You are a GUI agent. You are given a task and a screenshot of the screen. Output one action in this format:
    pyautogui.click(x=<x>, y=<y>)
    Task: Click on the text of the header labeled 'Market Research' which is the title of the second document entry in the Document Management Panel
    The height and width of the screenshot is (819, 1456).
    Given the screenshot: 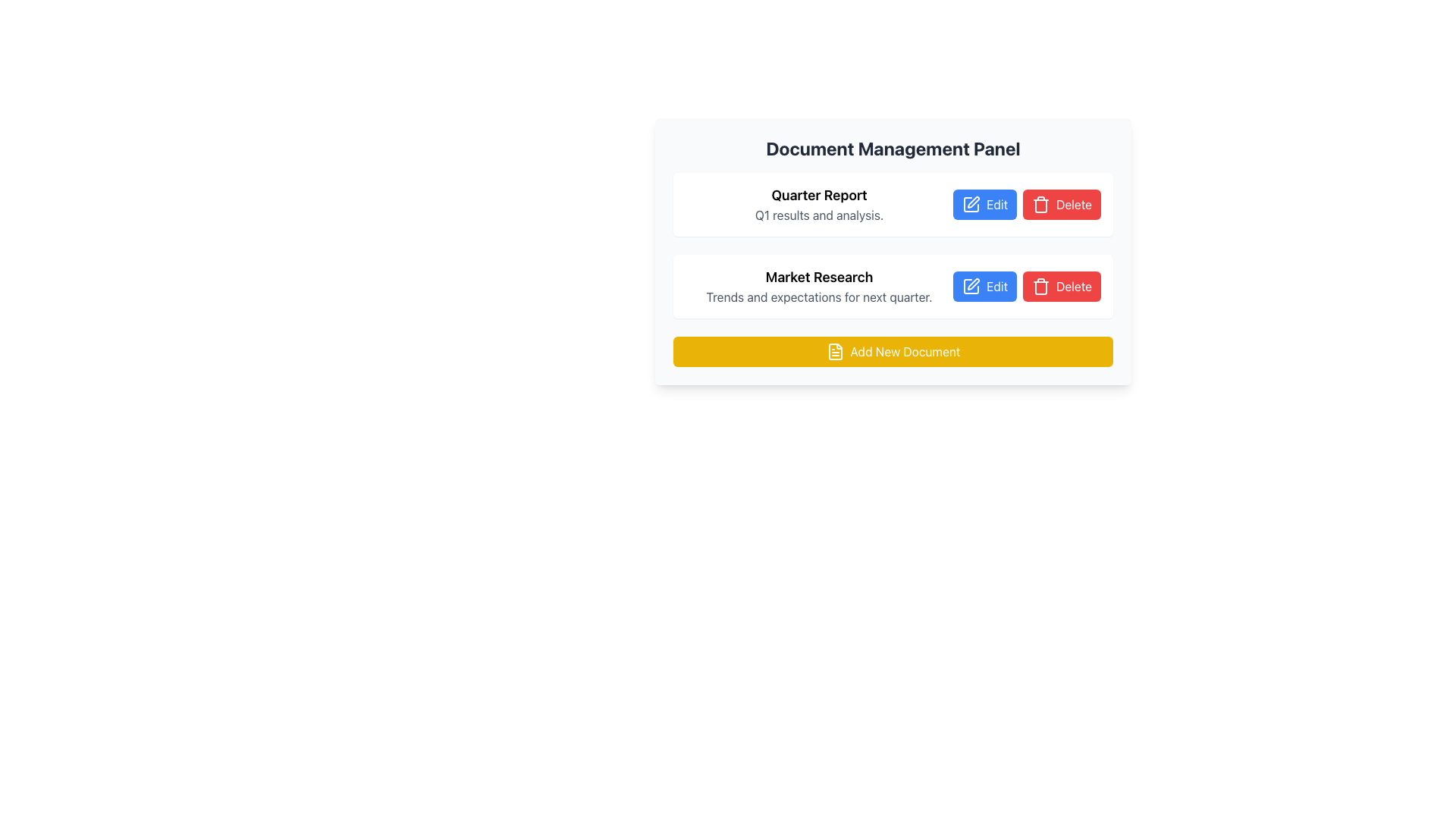 What is the action you would take?
    pyautogui.click(x=818, y=278)
    